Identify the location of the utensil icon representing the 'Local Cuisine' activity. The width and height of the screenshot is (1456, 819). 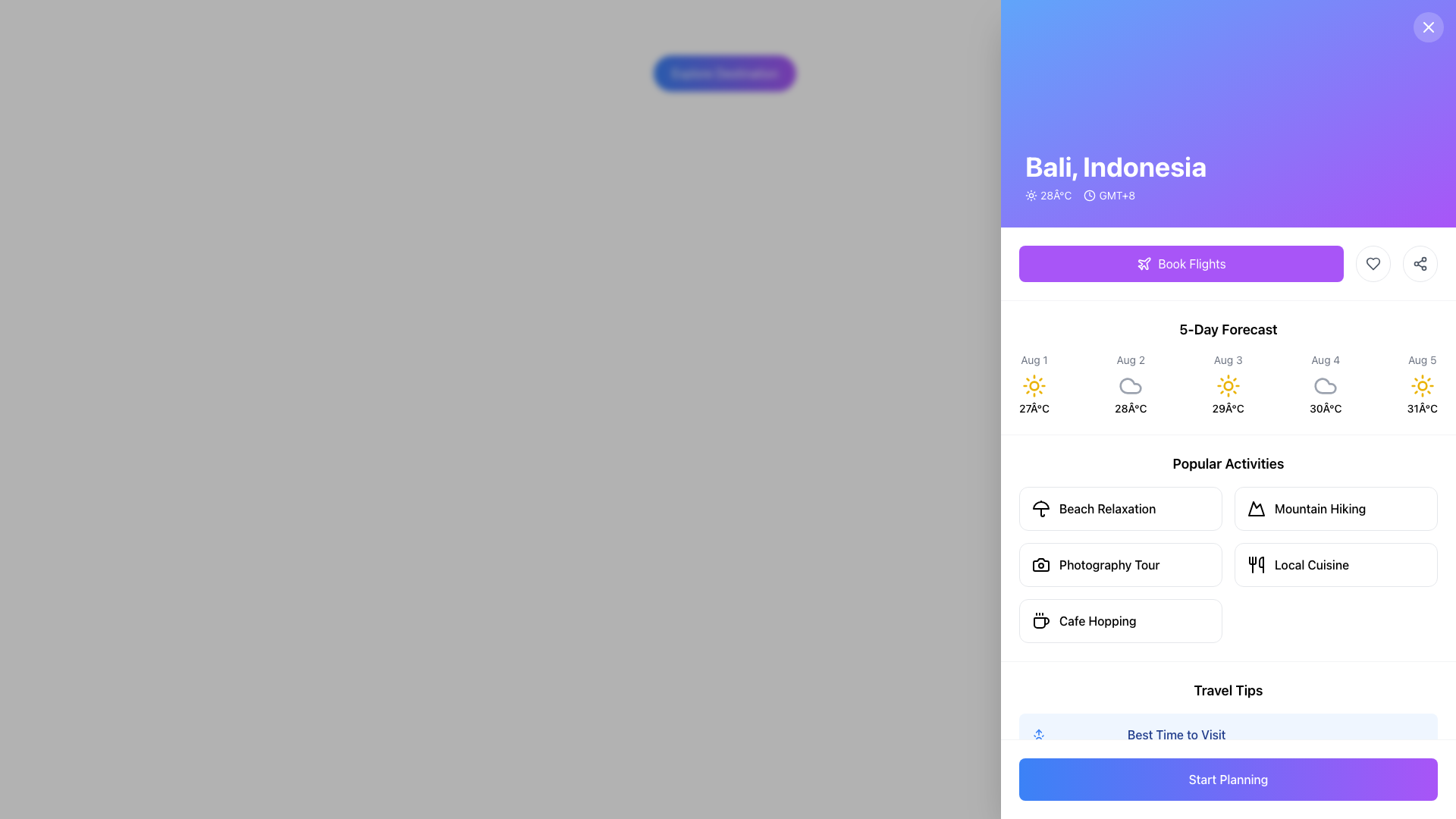
(1256, 564).